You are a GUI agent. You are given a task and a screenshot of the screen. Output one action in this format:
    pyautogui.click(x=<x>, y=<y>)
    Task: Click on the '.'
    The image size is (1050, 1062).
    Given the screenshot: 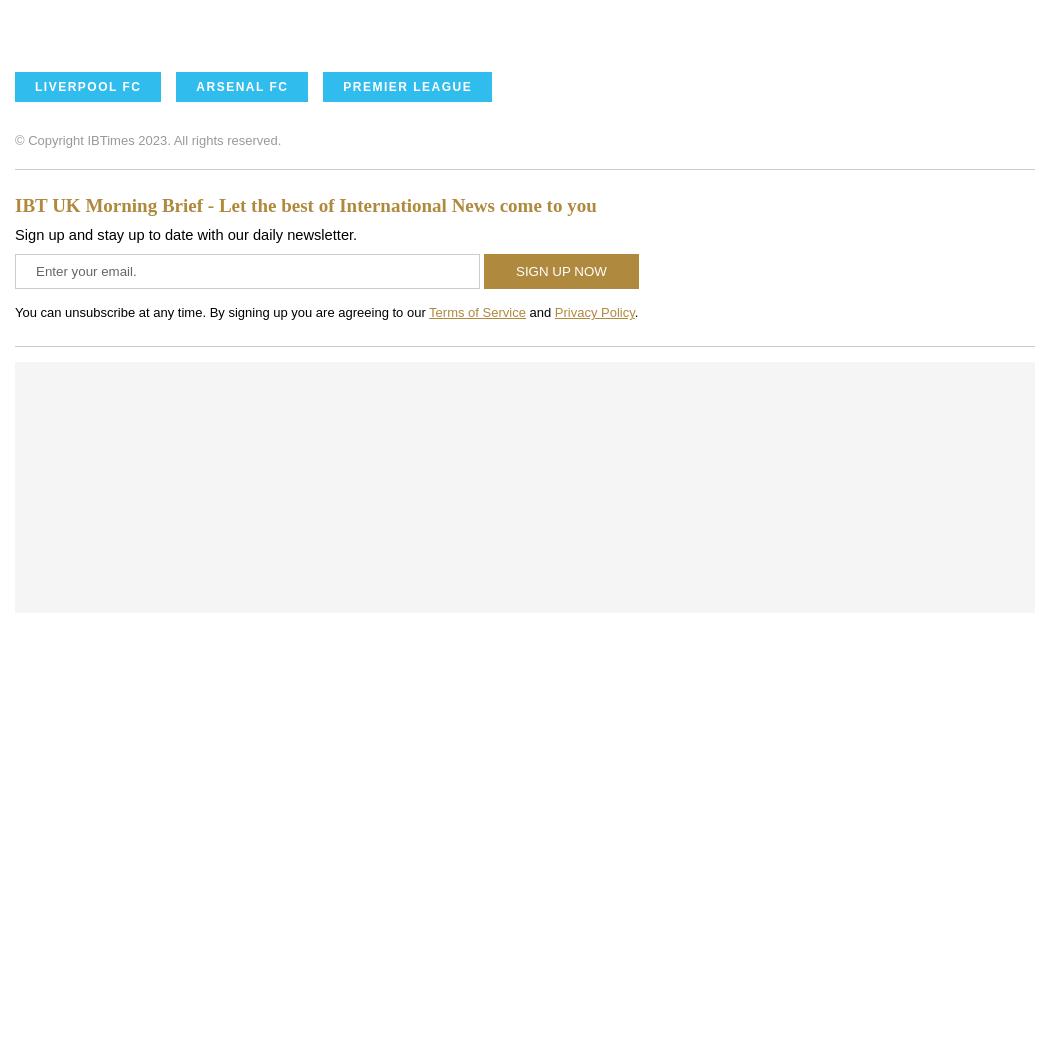 What is the action you would take?
    pyautogui.click(x=635, y=311)
    